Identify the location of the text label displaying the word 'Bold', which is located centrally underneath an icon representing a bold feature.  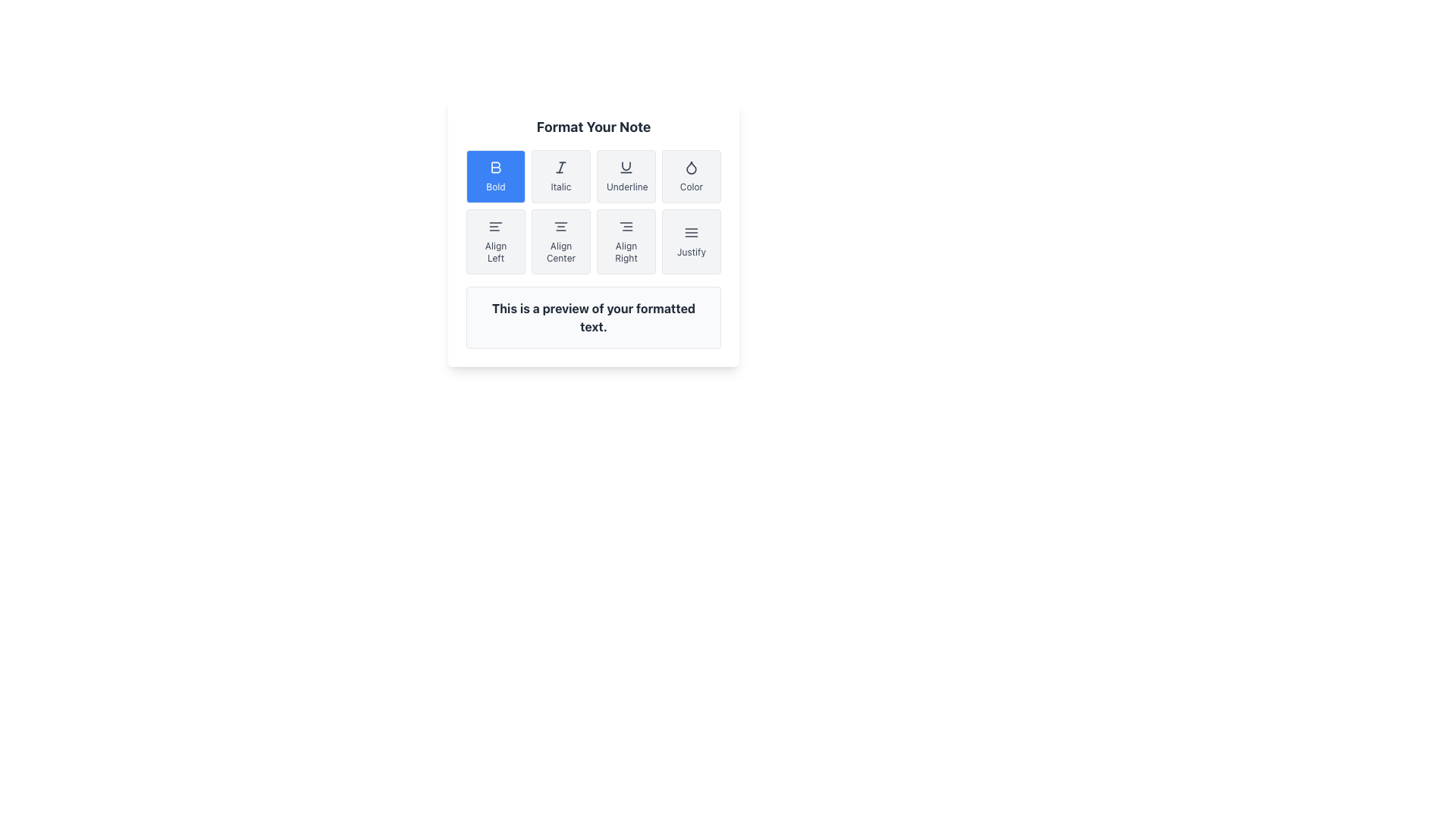
(495, 186).